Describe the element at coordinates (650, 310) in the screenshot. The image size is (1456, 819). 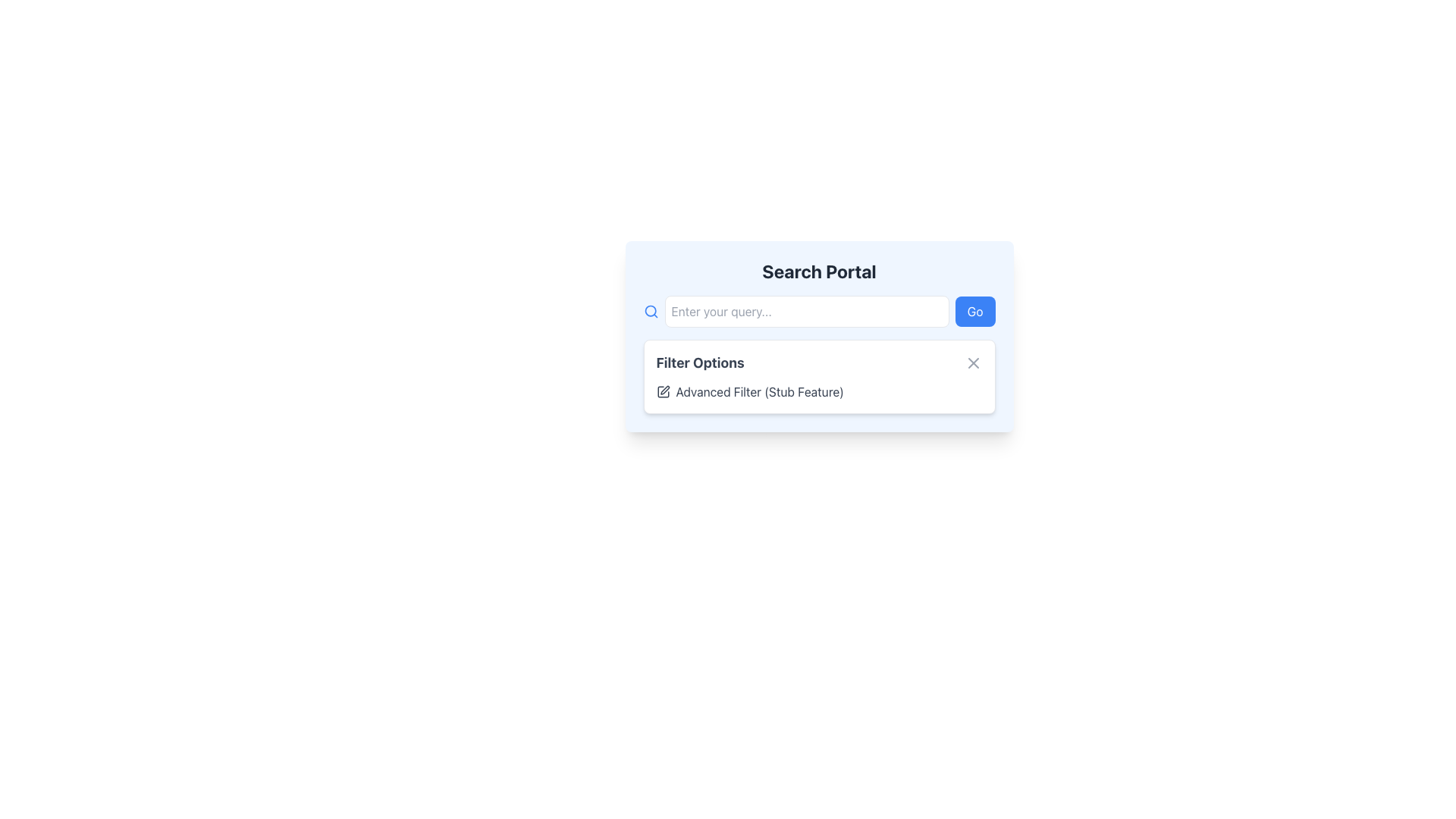
I see `the Graphic element that is part of the Search icon located to the left of the text input box` at that location.